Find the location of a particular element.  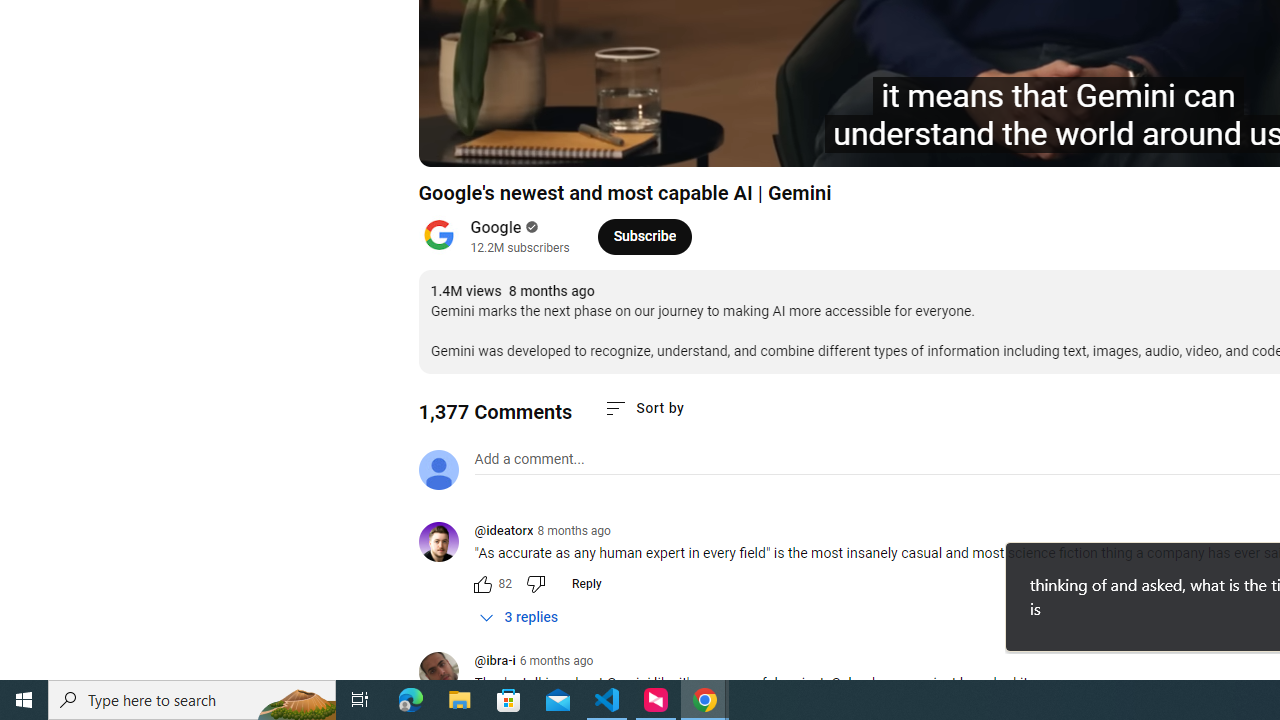

'Dislike this comment' is located at coordinates (535, 583).